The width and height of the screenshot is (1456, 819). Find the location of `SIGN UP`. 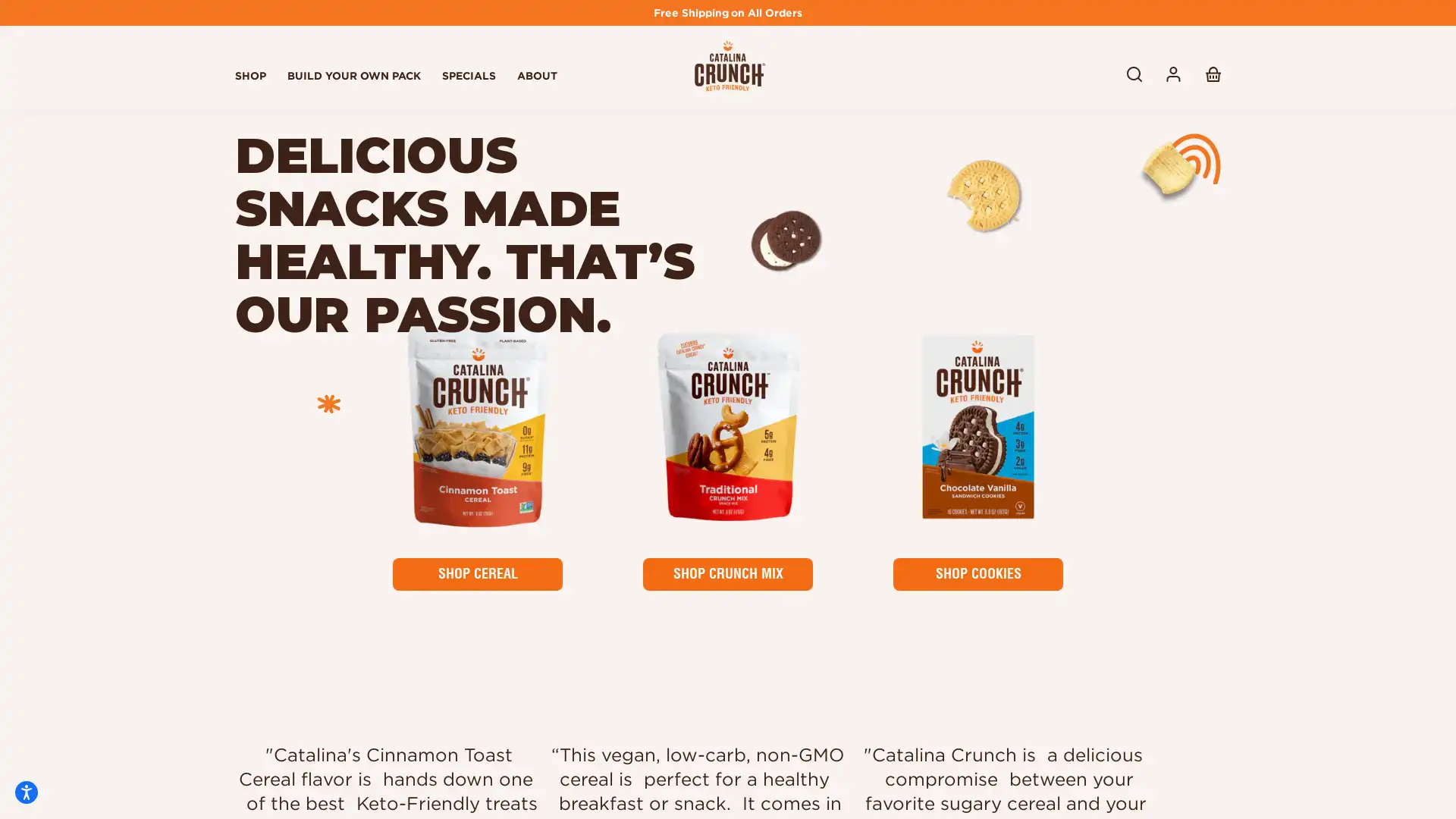

SIGN UP is located at coordinates (1156, 674).